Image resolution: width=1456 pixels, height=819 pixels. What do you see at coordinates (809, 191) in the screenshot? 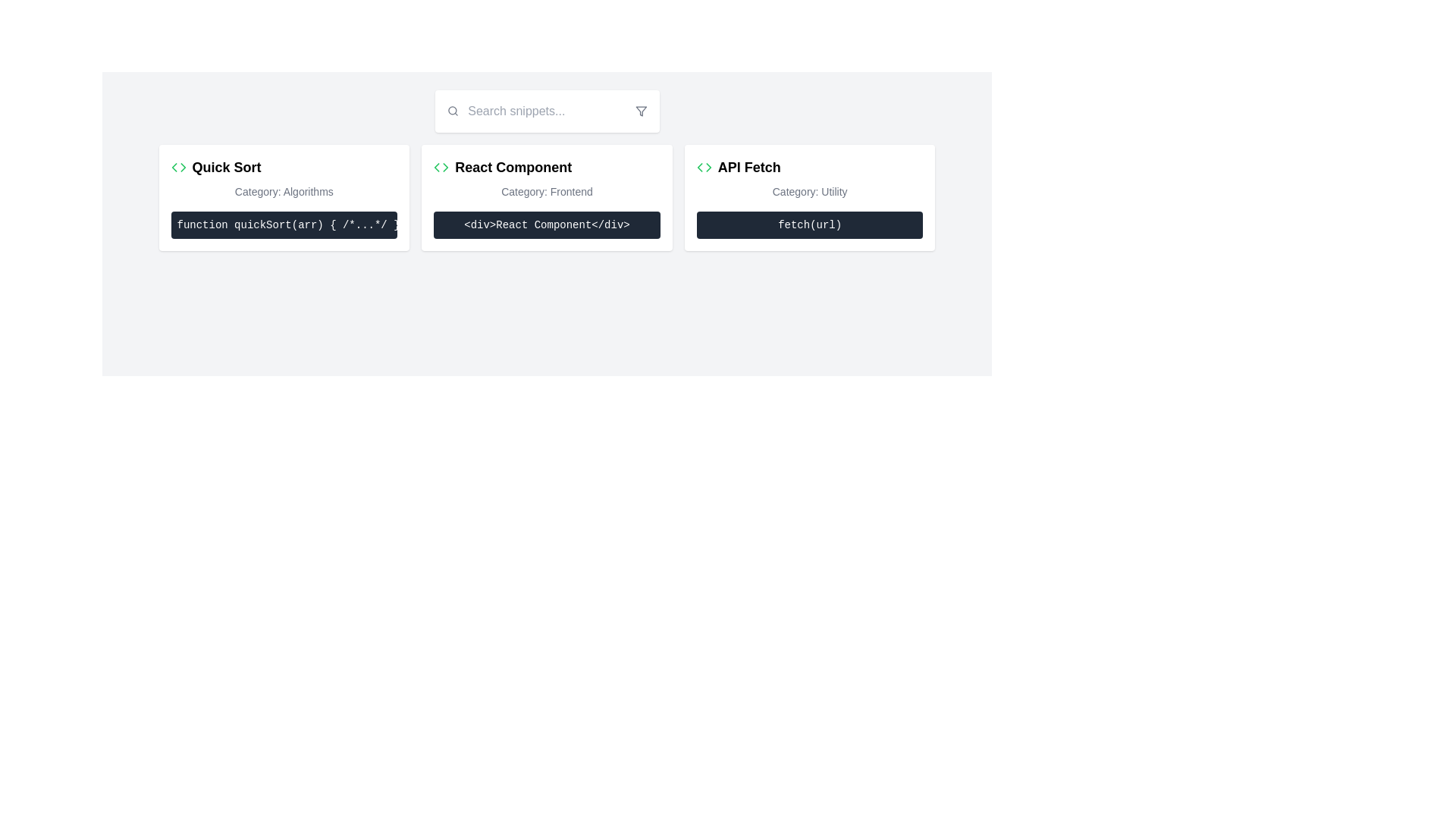
I see `text content of the Text Label that classifies the card's content under the category 'Utility', located within the 'API Fetch' card, positioned between the main title and the code snippet 'fetch(url)'` at bounding box center [809, 191].